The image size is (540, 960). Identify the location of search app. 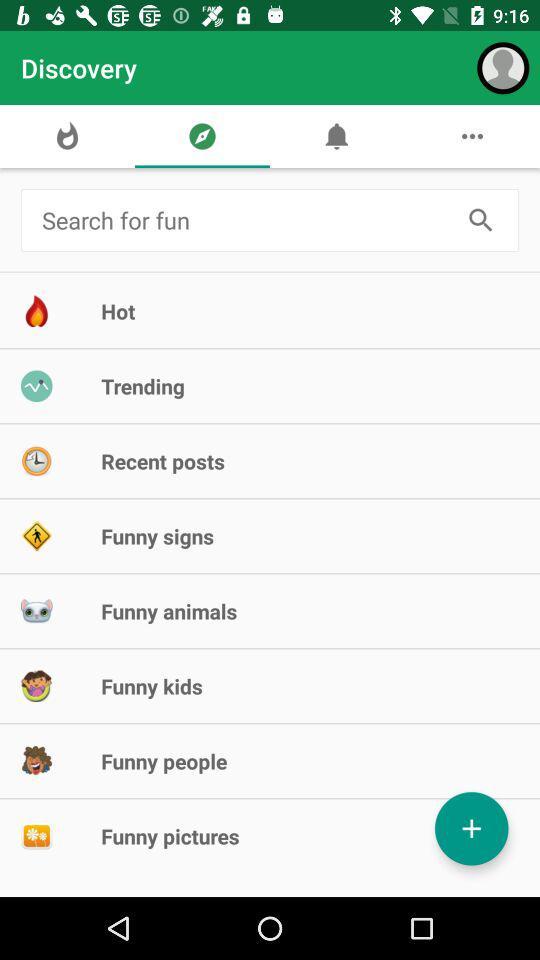
(480, 220).